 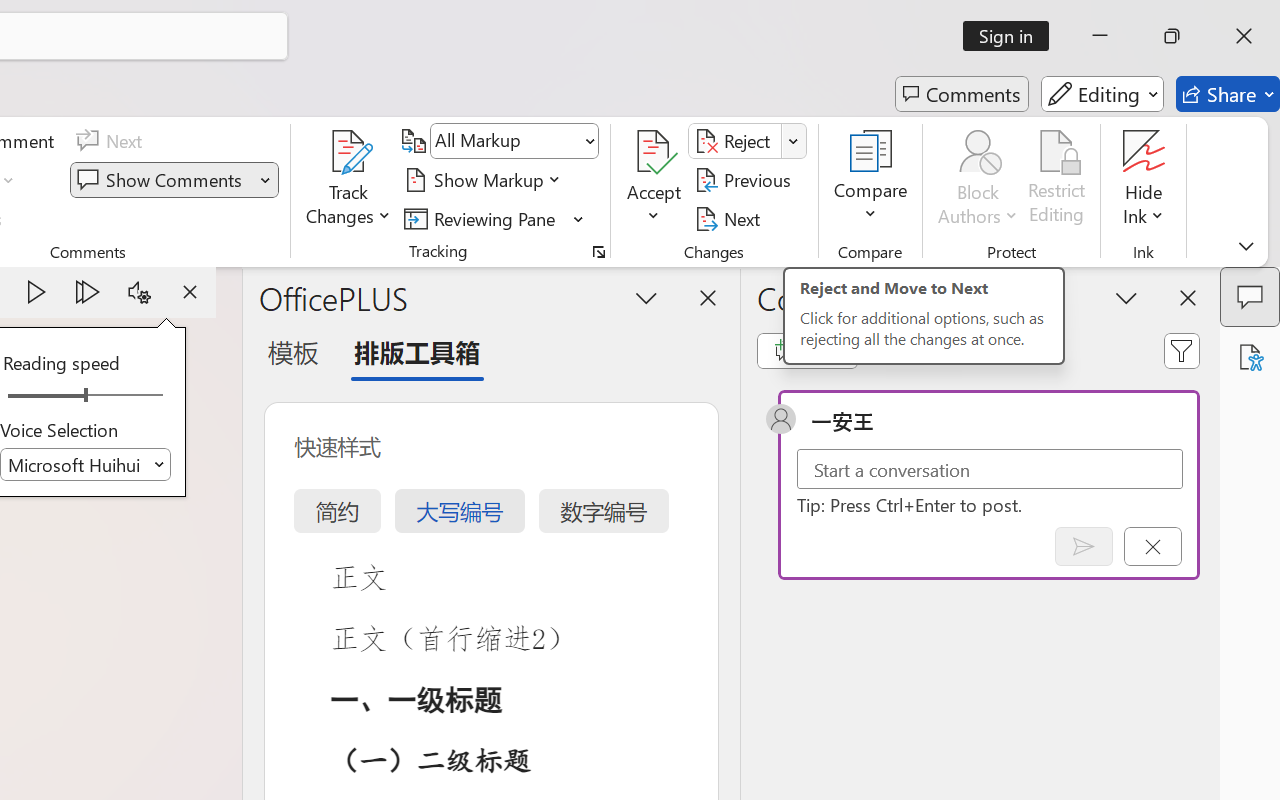 What do you see at coordinates (871, 179) in the screenshot?
I see `'Compare'` at bounding box center [871, 179].